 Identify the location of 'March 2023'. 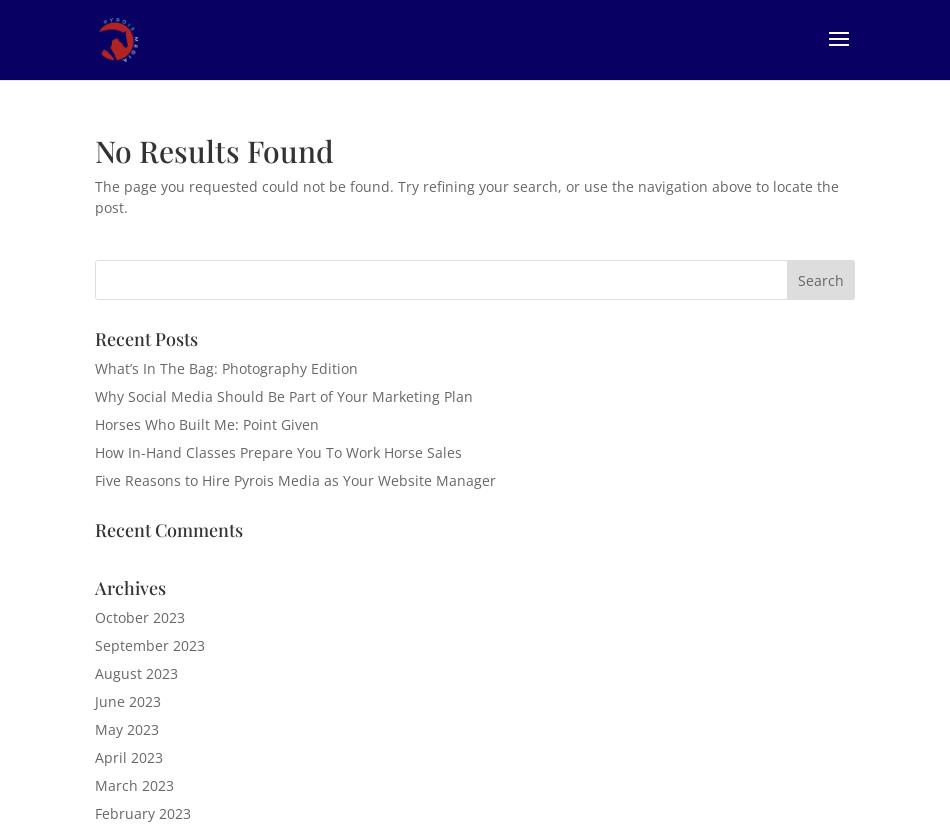
(95, 784).